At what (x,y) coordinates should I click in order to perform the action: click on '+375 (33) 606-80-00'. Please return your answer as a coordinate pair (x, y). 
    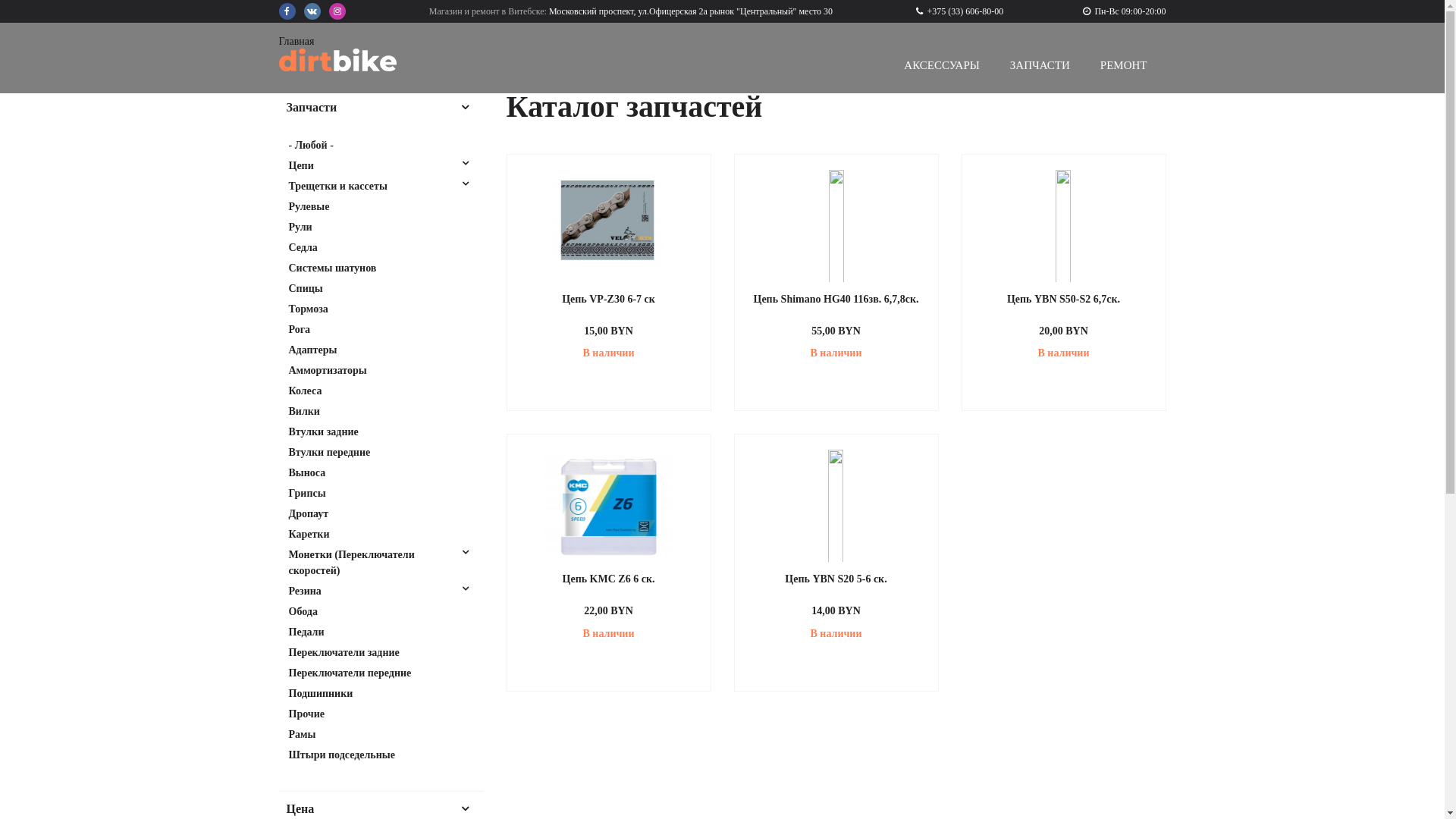
    Looking at the image, I should click on (959, 11).